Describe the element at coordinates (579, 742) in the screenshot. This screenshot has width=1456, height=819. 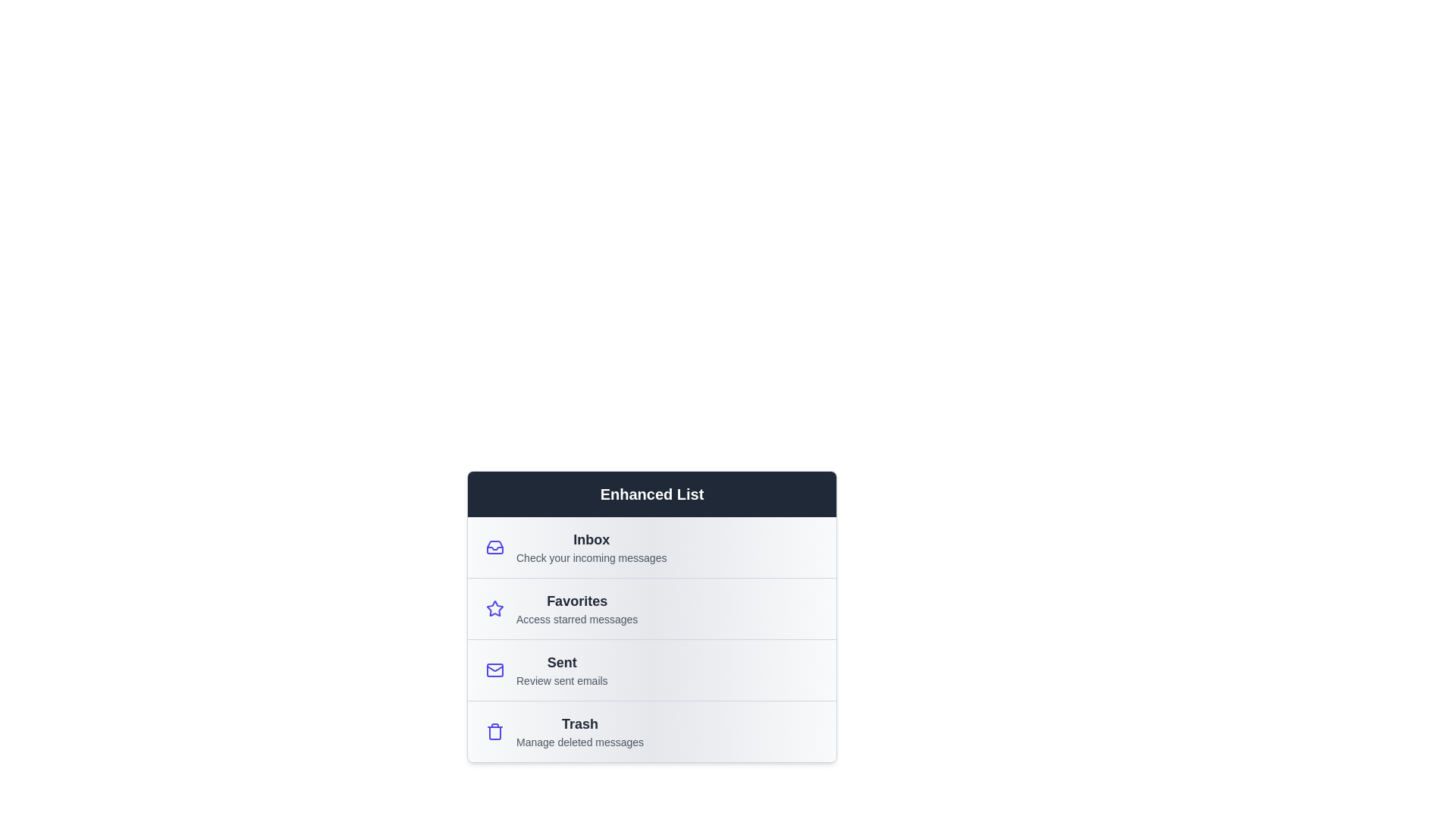
I see `the text label displaying 'Manage deleted messages', which is located below the 'Trash' heading in the 'Enhanced List' section` at that location.